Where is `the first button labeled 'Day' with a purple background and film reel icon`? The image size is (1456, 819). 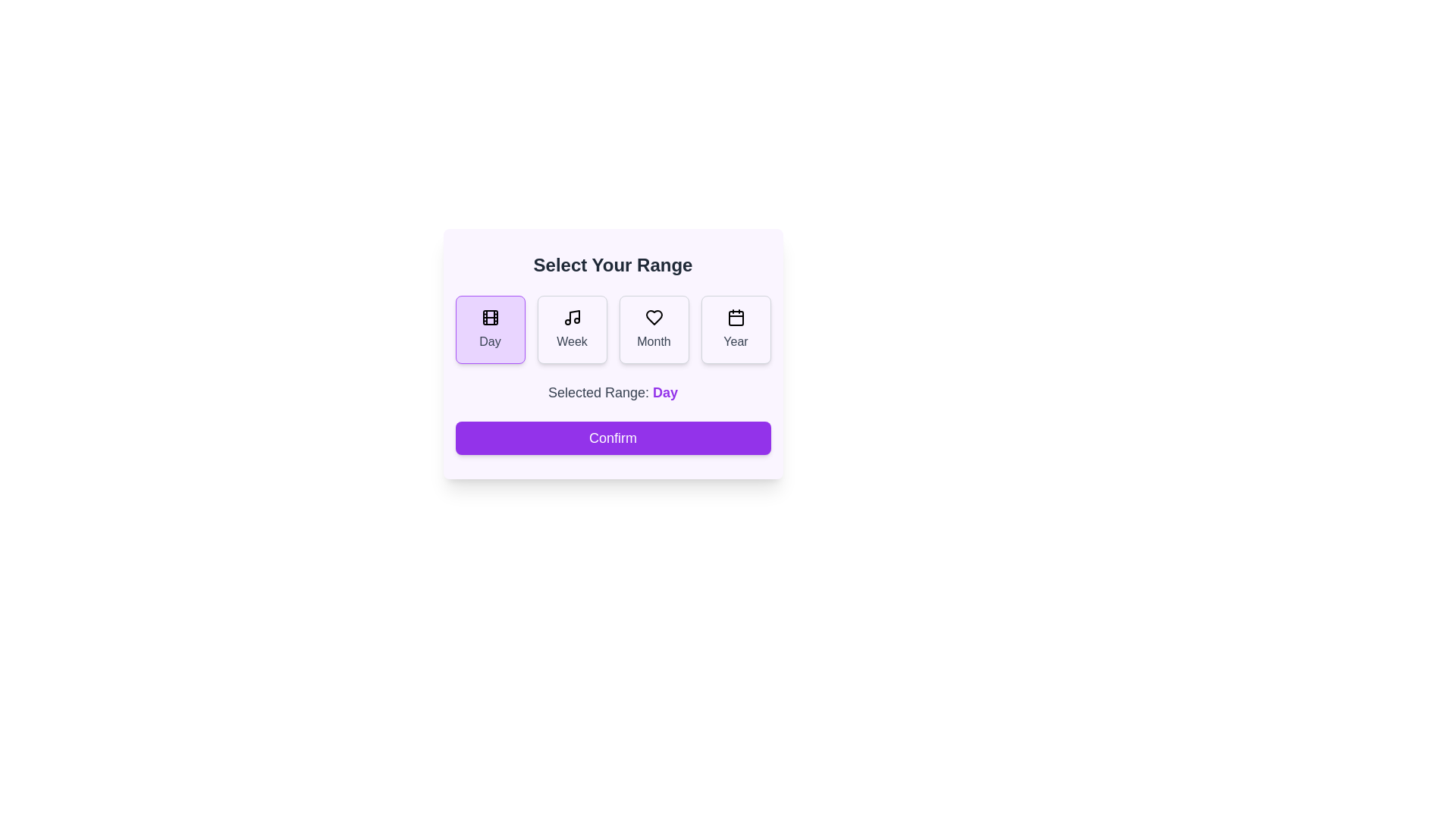 the first button labeled 'Day' with a purple background and film reel icon is located at coordinates (490, 329).